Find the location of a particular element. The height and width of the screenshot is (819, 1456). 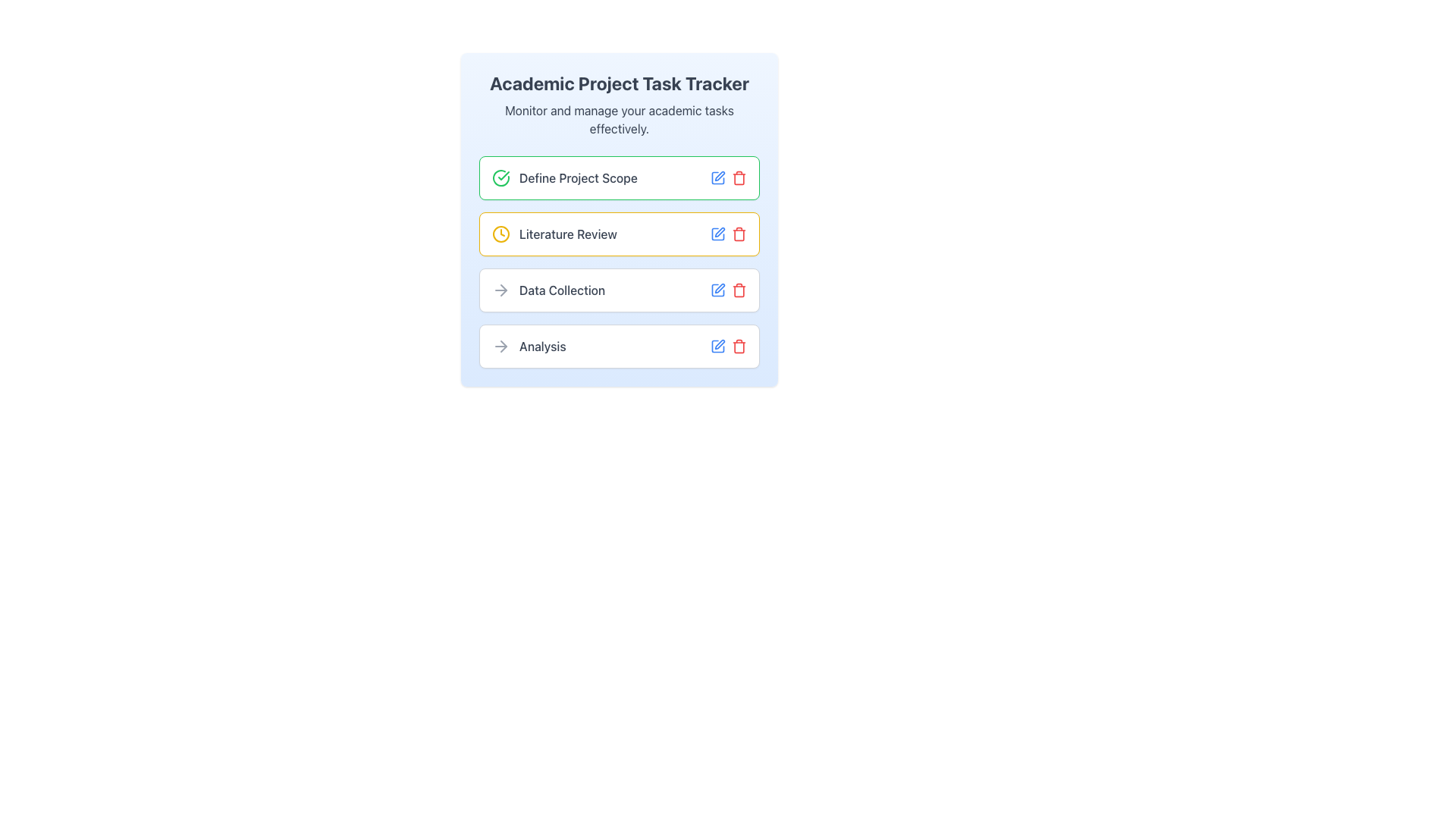

the edit icon button for the task 'Define Project Scope', located in the first row of the task list is located at coordinates (717, 177).